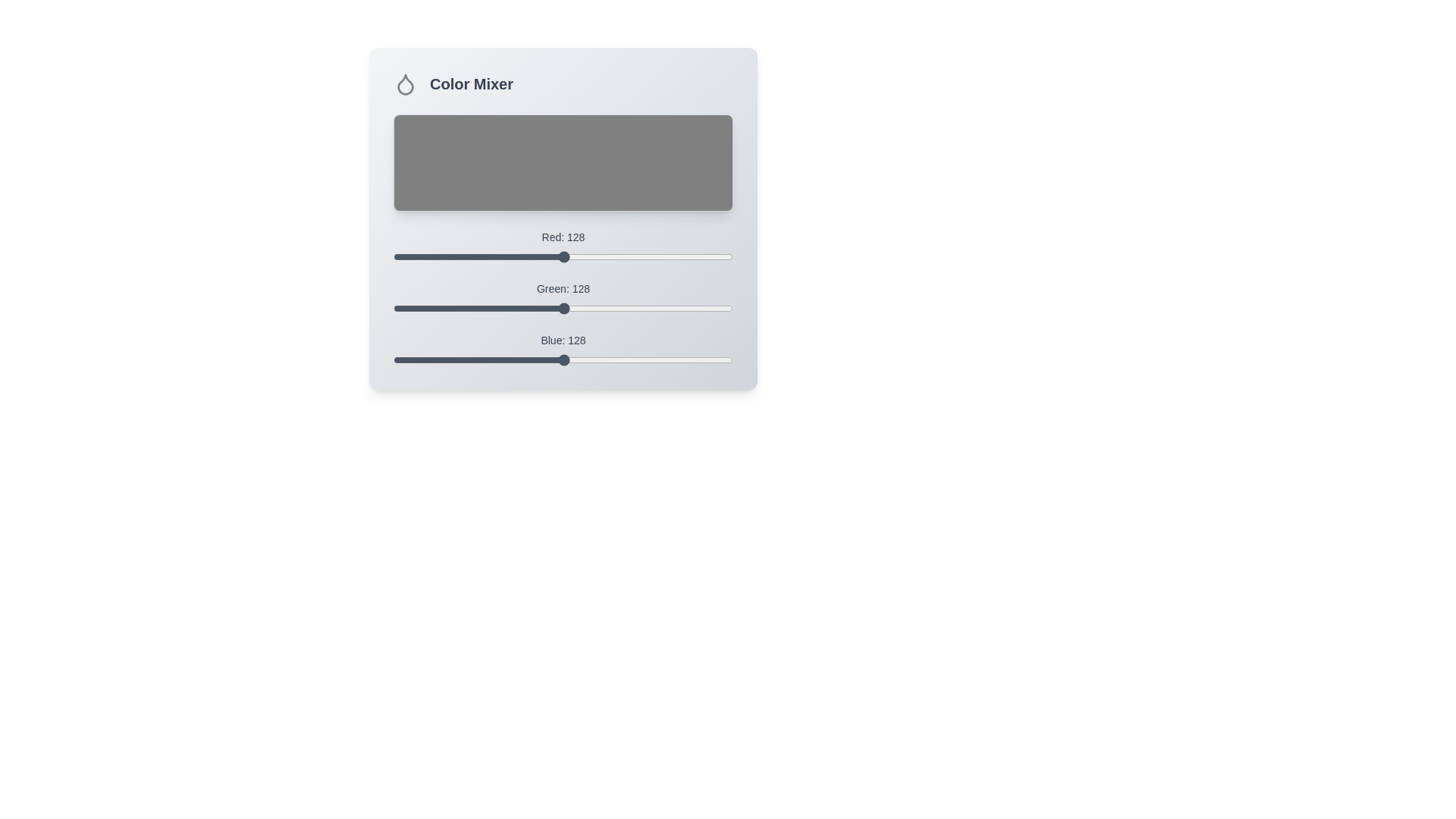  What do you see at coordinates (629, 308) in the screenshot?
I see `the green slider to 177` at bounding box center [629, 308].